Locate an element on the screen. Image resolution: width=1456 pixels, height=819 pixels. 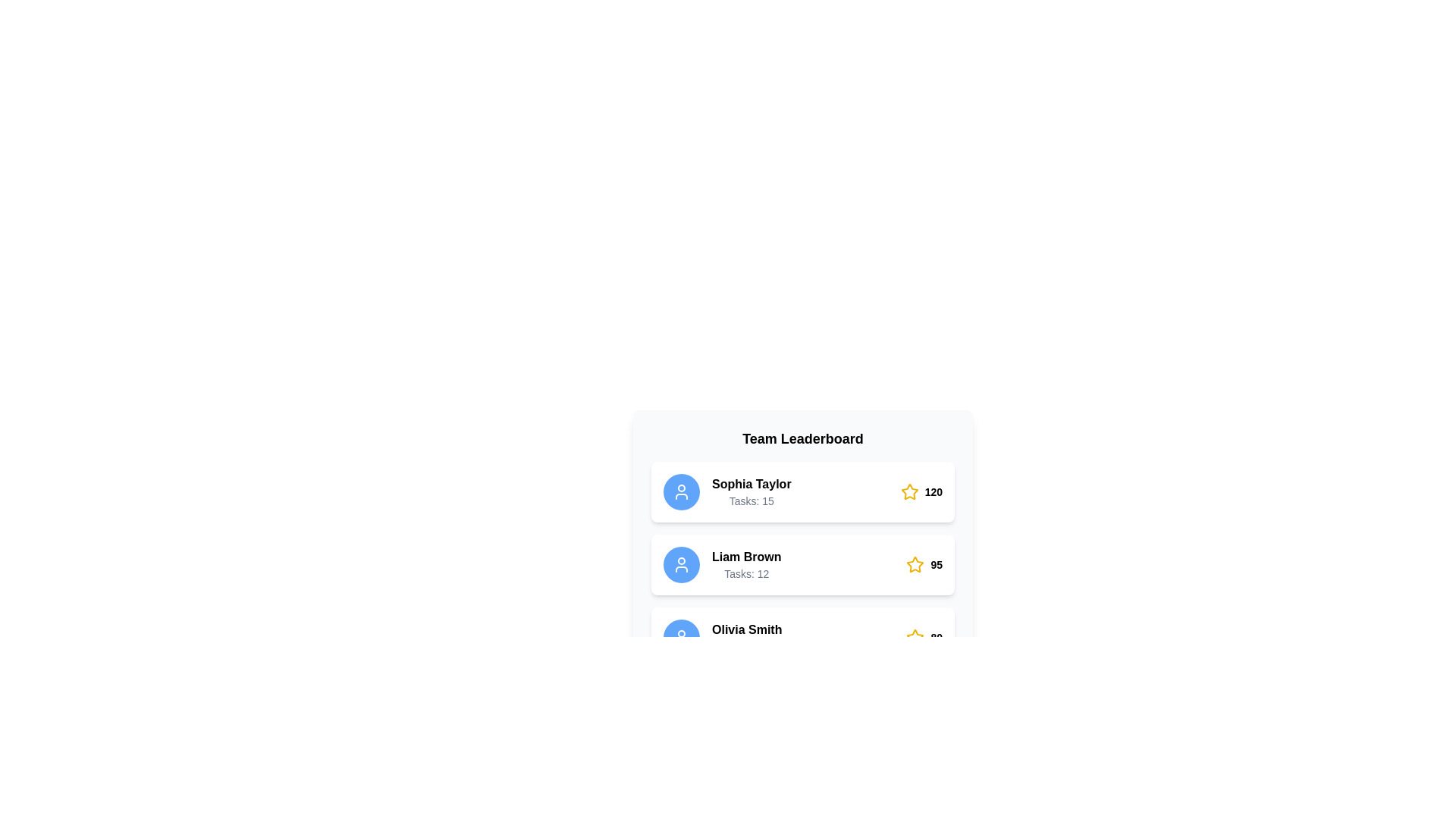
the user icon (SVG) representing the profile of Olivia Smith, which is located to the left of the text and above the line 'Tasks' in the leaderboard listing is located at coordinates (680, 637).